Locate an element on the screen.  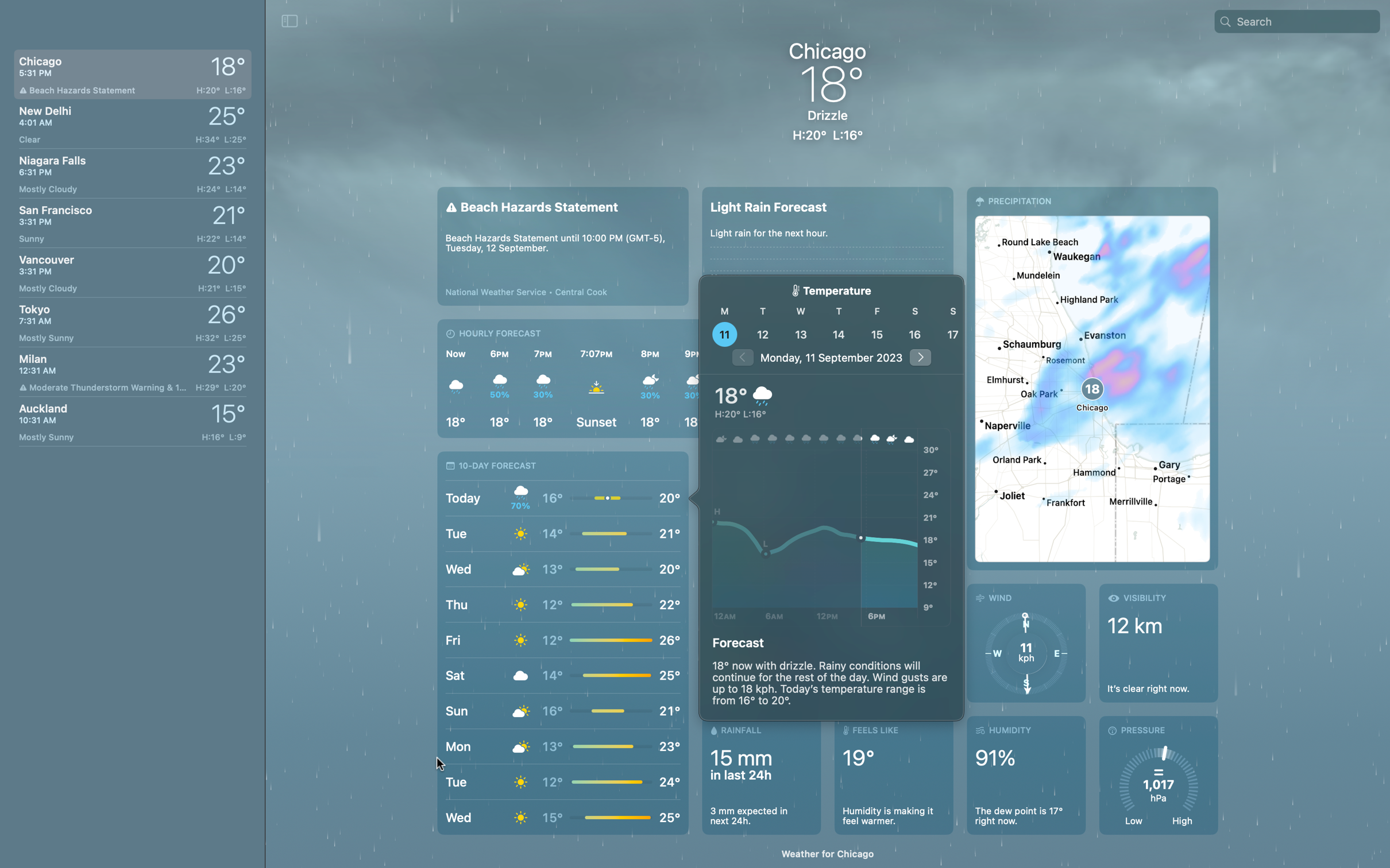
Get the climate details of Chicago for the 15th is located at coordinates (876, 334).